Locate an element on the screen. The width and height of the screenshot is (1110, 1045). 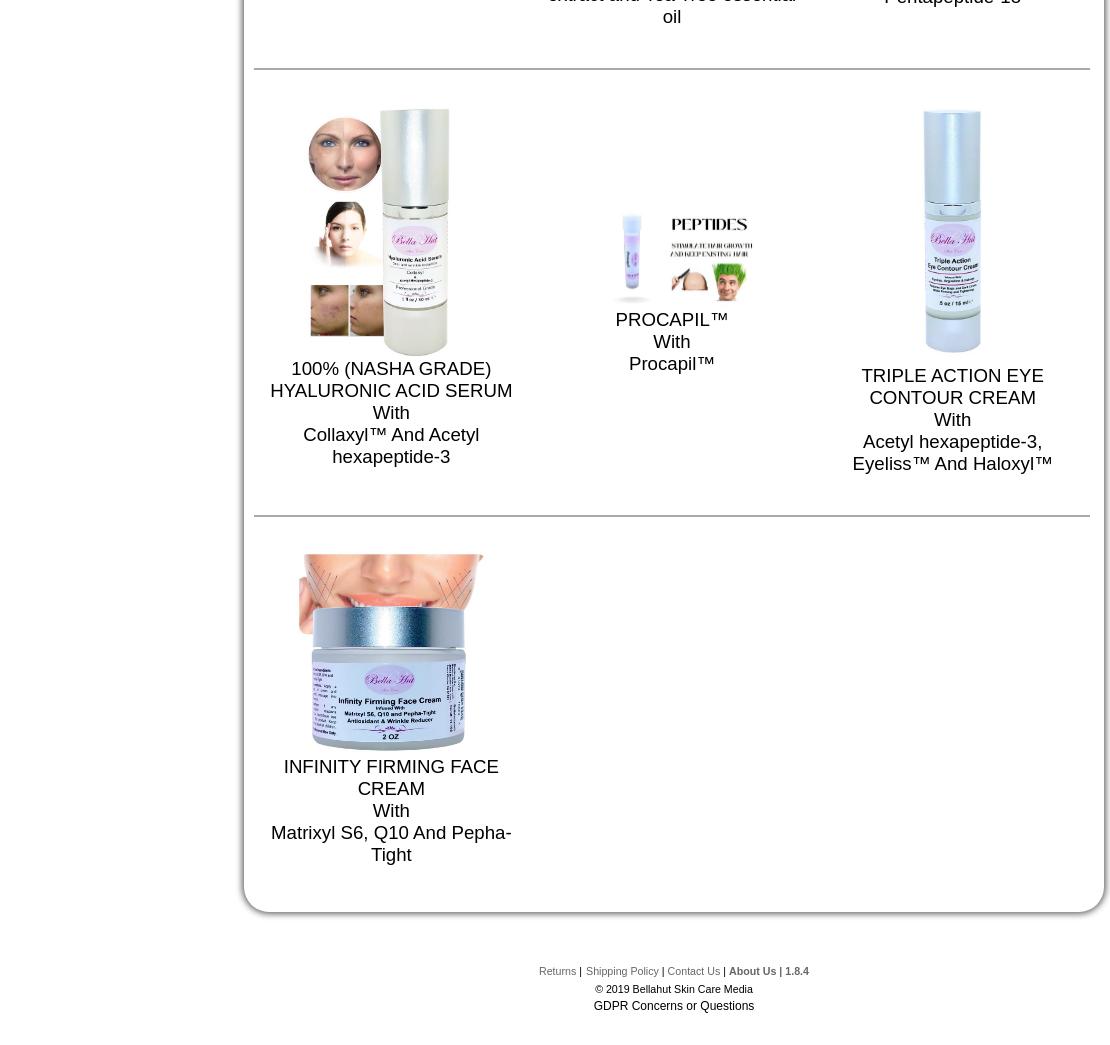
'HYALURONIC ACID AND COLLAGEN - RUBBERIZING MASK POWDER' is located at coordinates (792, 473).